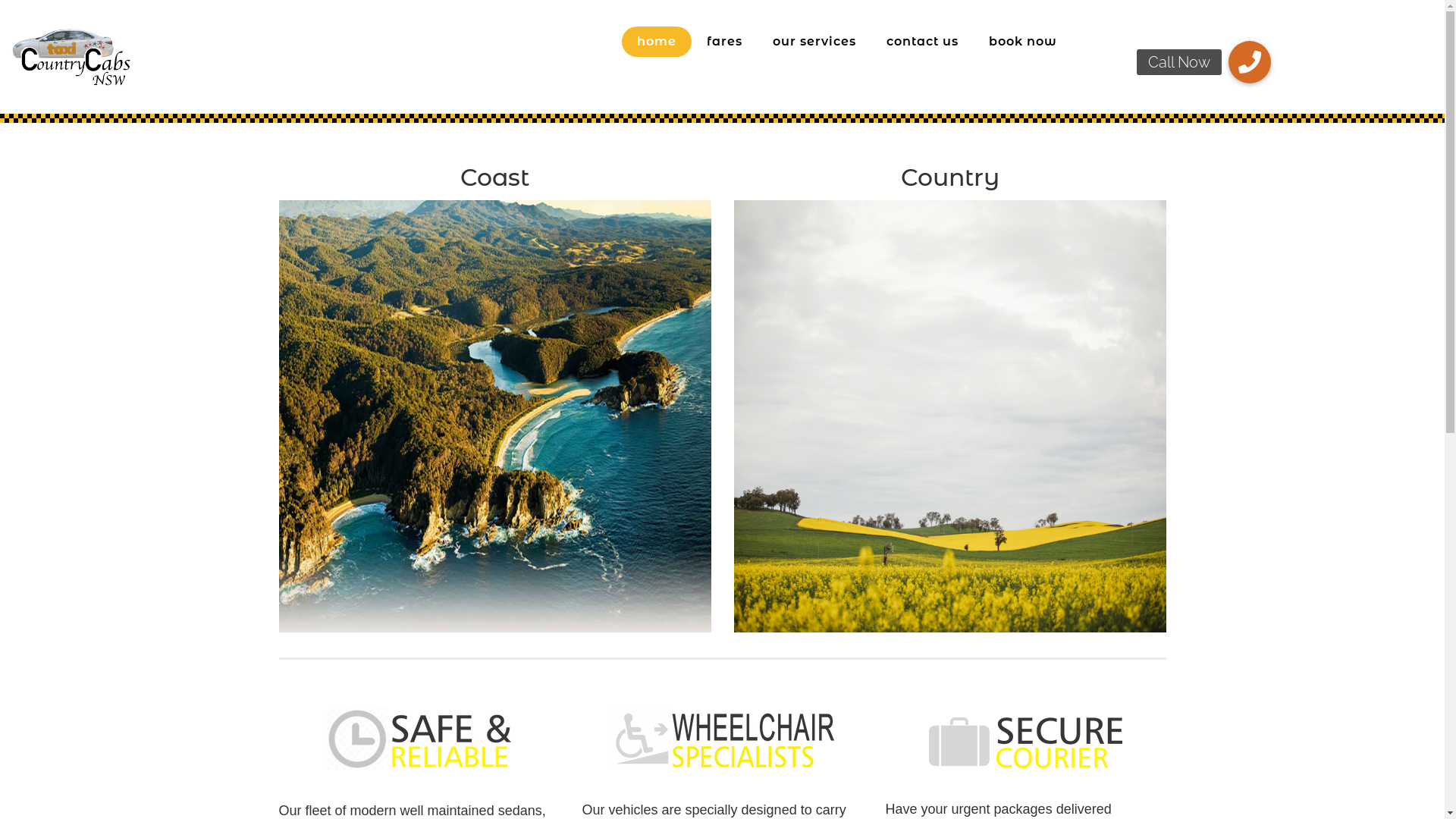 This screenshot has height=819, width=1456. I want to click on 'home', so click(622, 40).